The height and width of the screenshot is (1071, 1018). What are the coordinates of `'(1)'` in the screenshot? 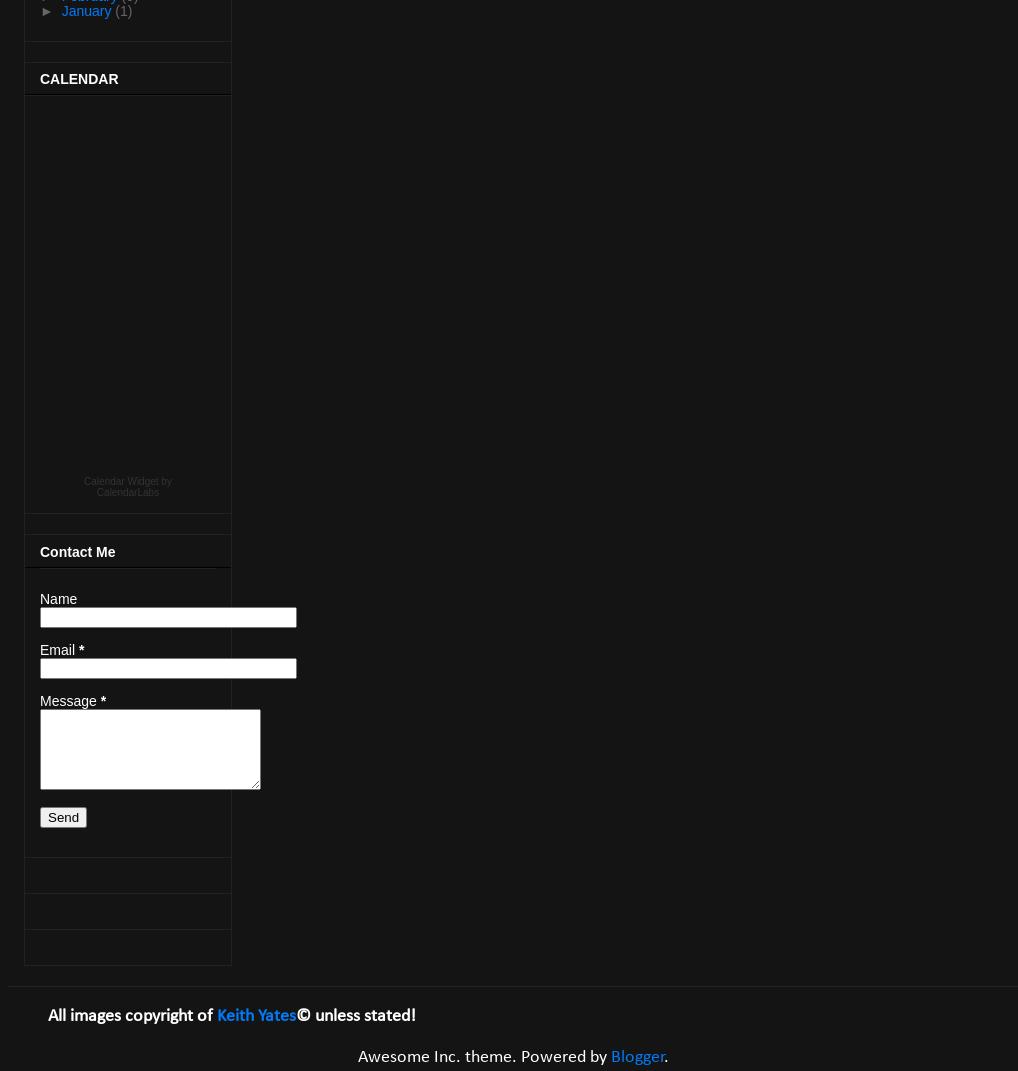 It's located at (114, 8).